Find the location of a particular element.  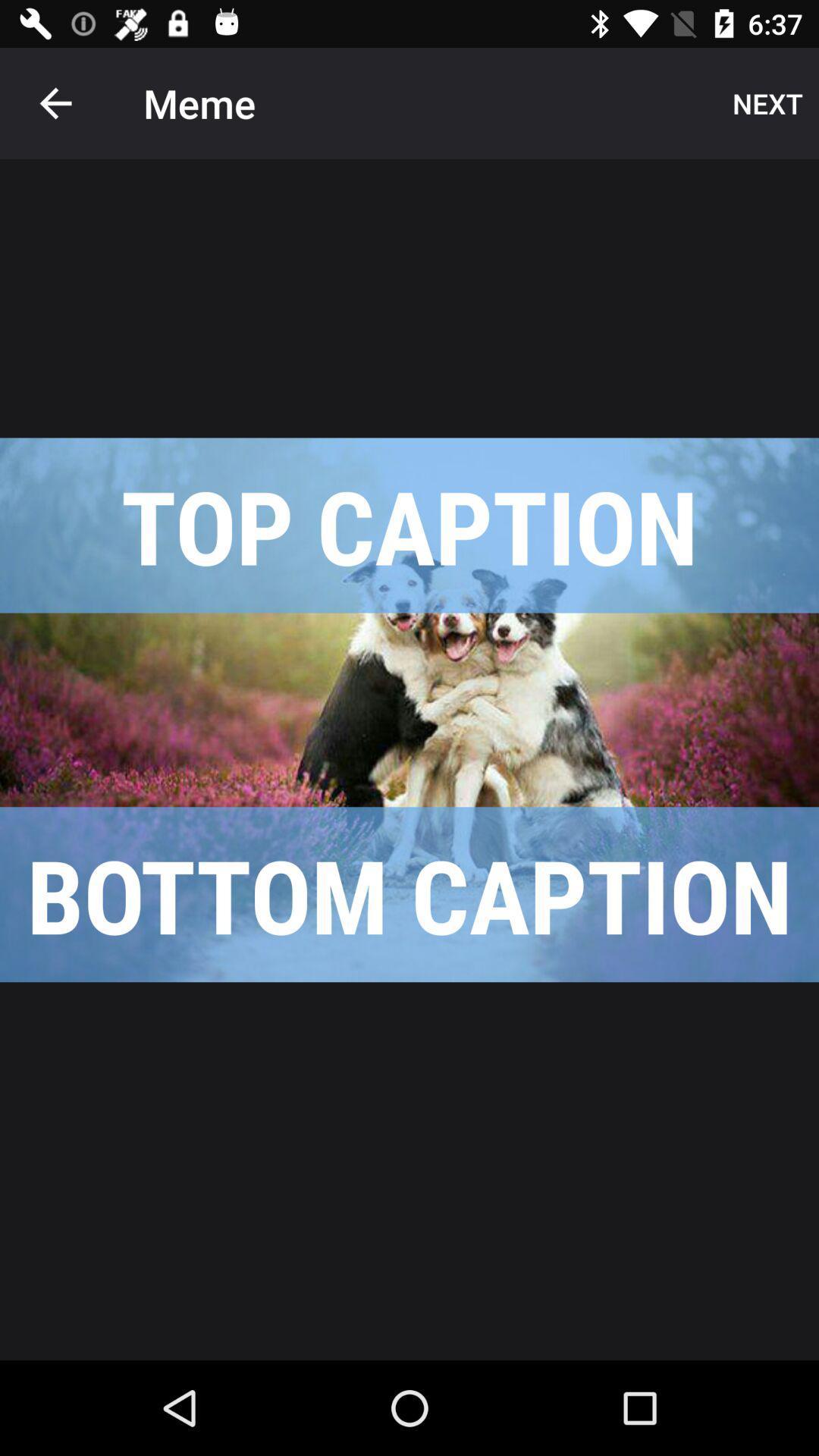

click the center page is located at coordinates (409, 709).